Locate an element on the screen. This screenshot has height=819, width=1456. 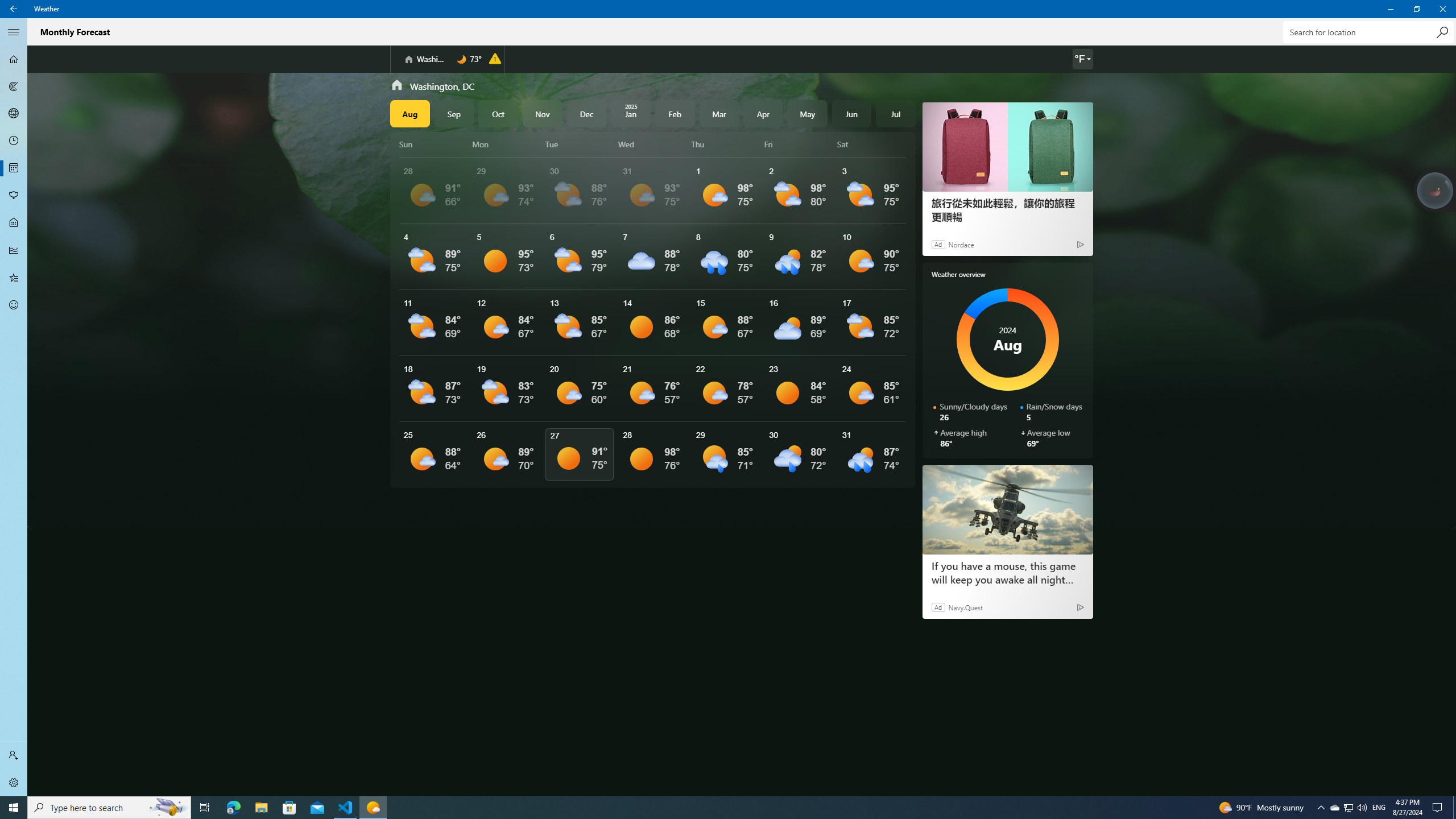
'Weather - 1 running window' is located at coordinates (373, 806).